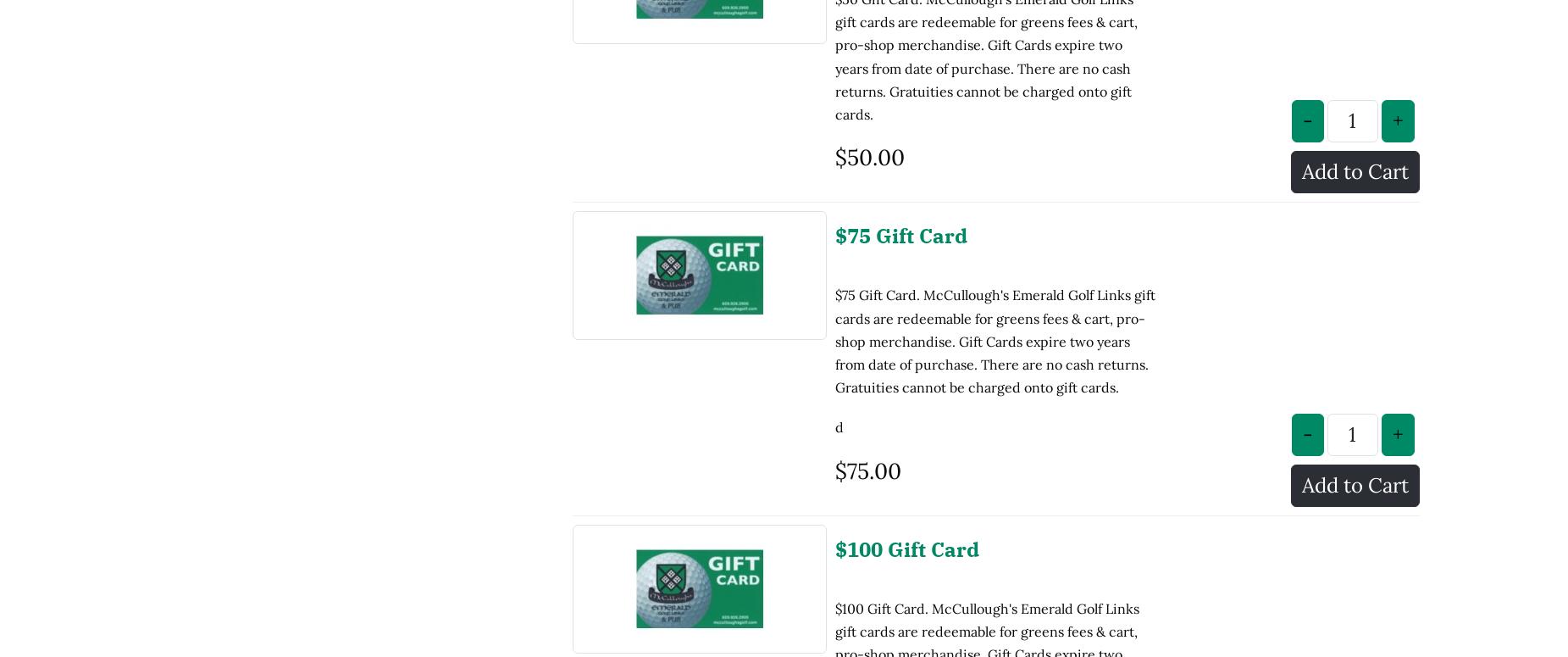 The height and width of the screenshot is (657, 1568). What do you see at coordinates (986, 526) in the screenshot?
I see `'$100 Gift Card. McCullough's Emerald Golf Links gift cards are redeemable for greens fees & cart, pro-shop merchandise. Gift Cards expire two years from date of purchase. There are no cash returns. Gratuities cannot be charged onto gift cards.'` at bounding box center [986, 526].